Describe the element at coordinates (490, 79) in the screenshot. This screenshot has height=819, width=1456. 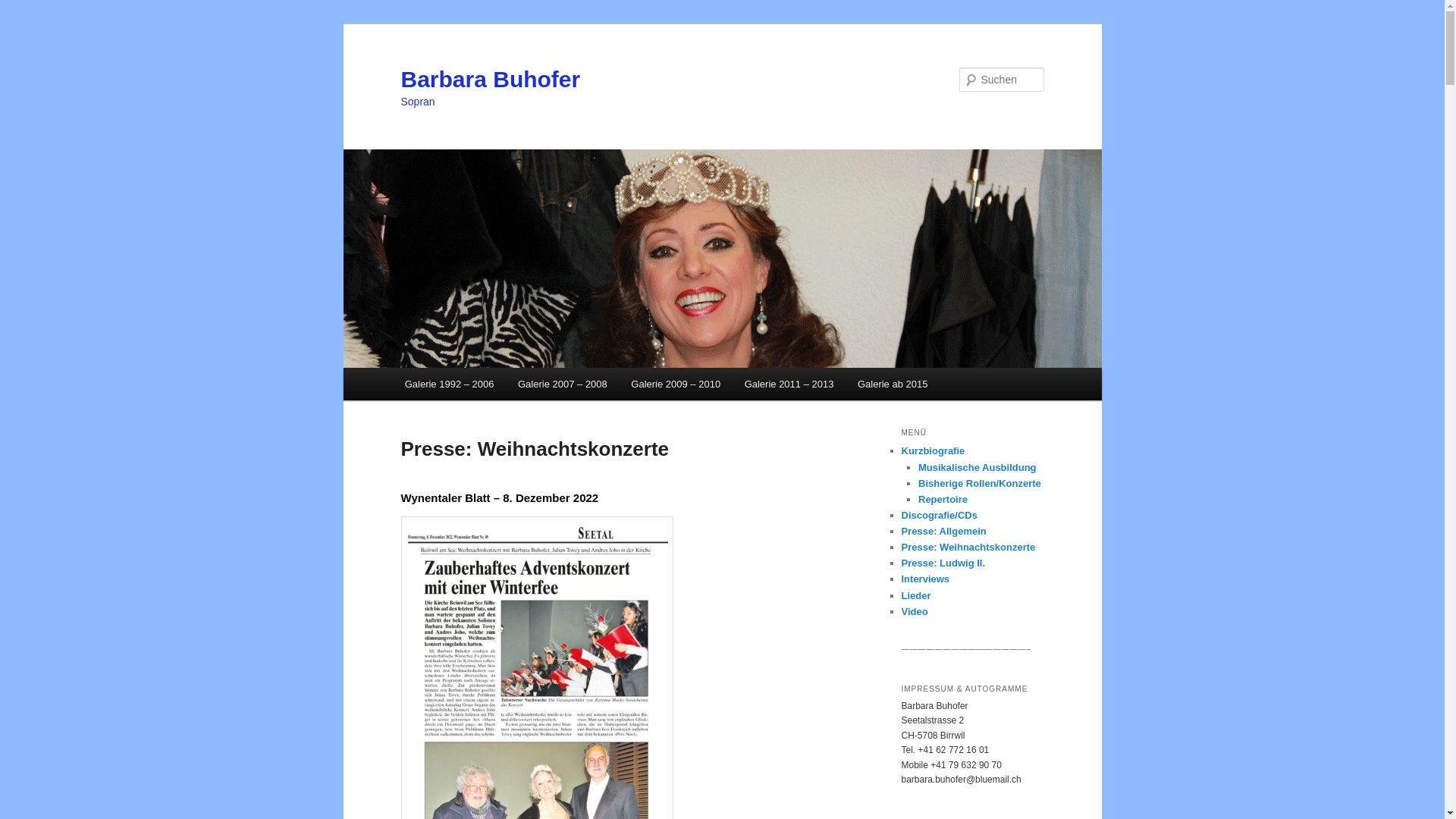
I see `'Barbara Buhofer'` at that location.